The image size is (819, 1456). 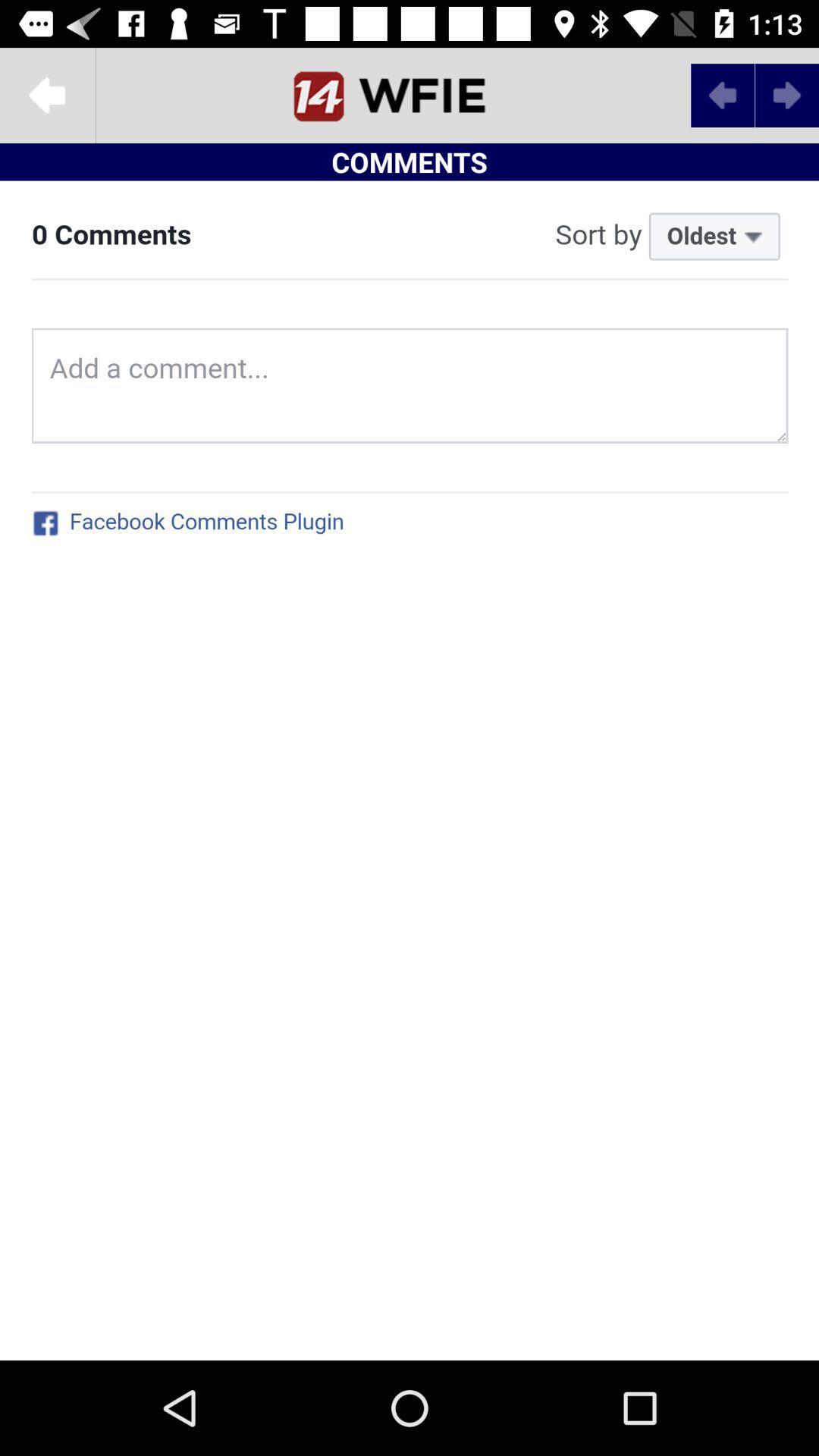 I want to click on next, so click(x=722, y=94).